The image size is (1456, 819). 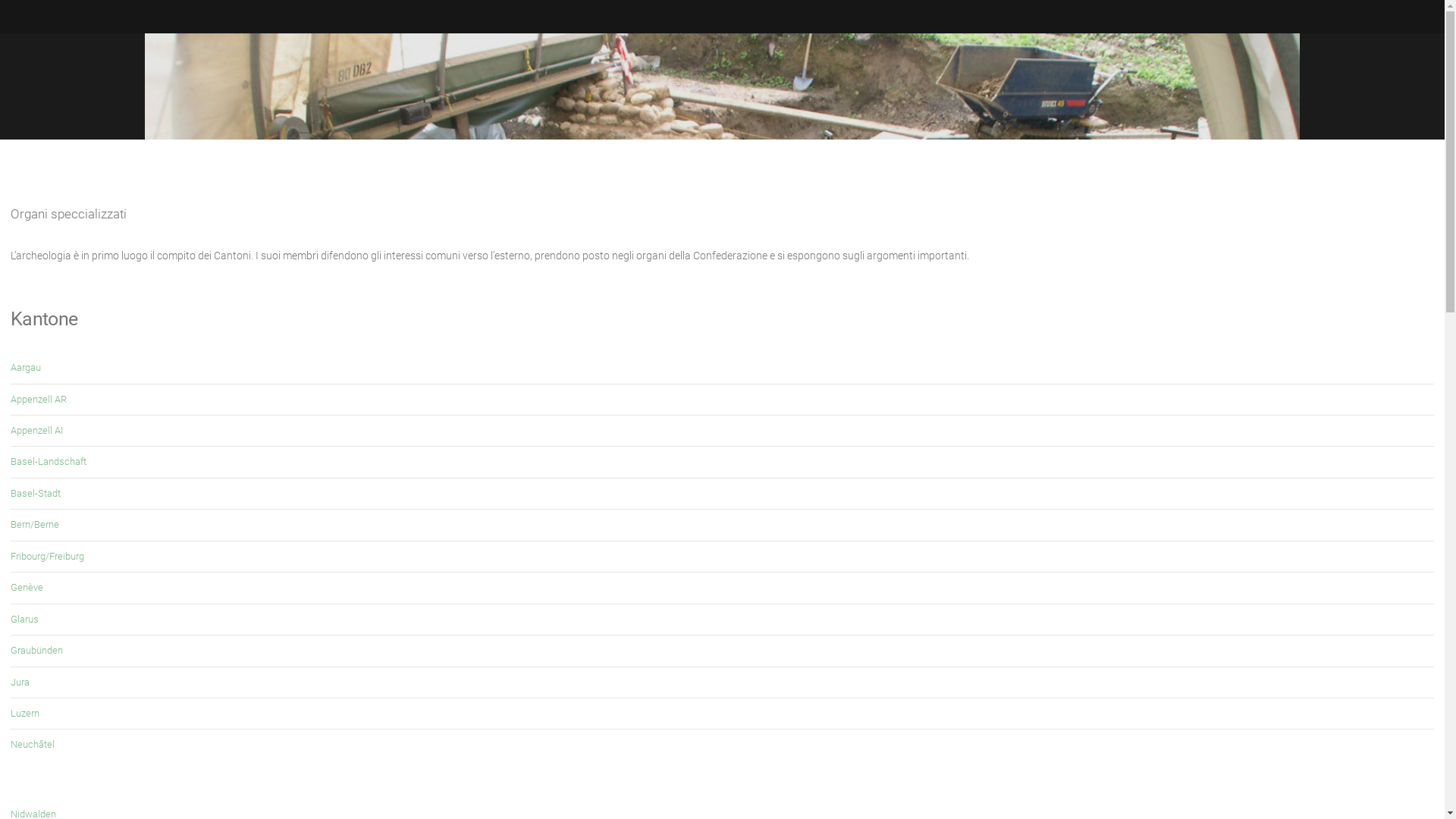 I want to click on 'Appenzell AR', so click(x=39, y=398).